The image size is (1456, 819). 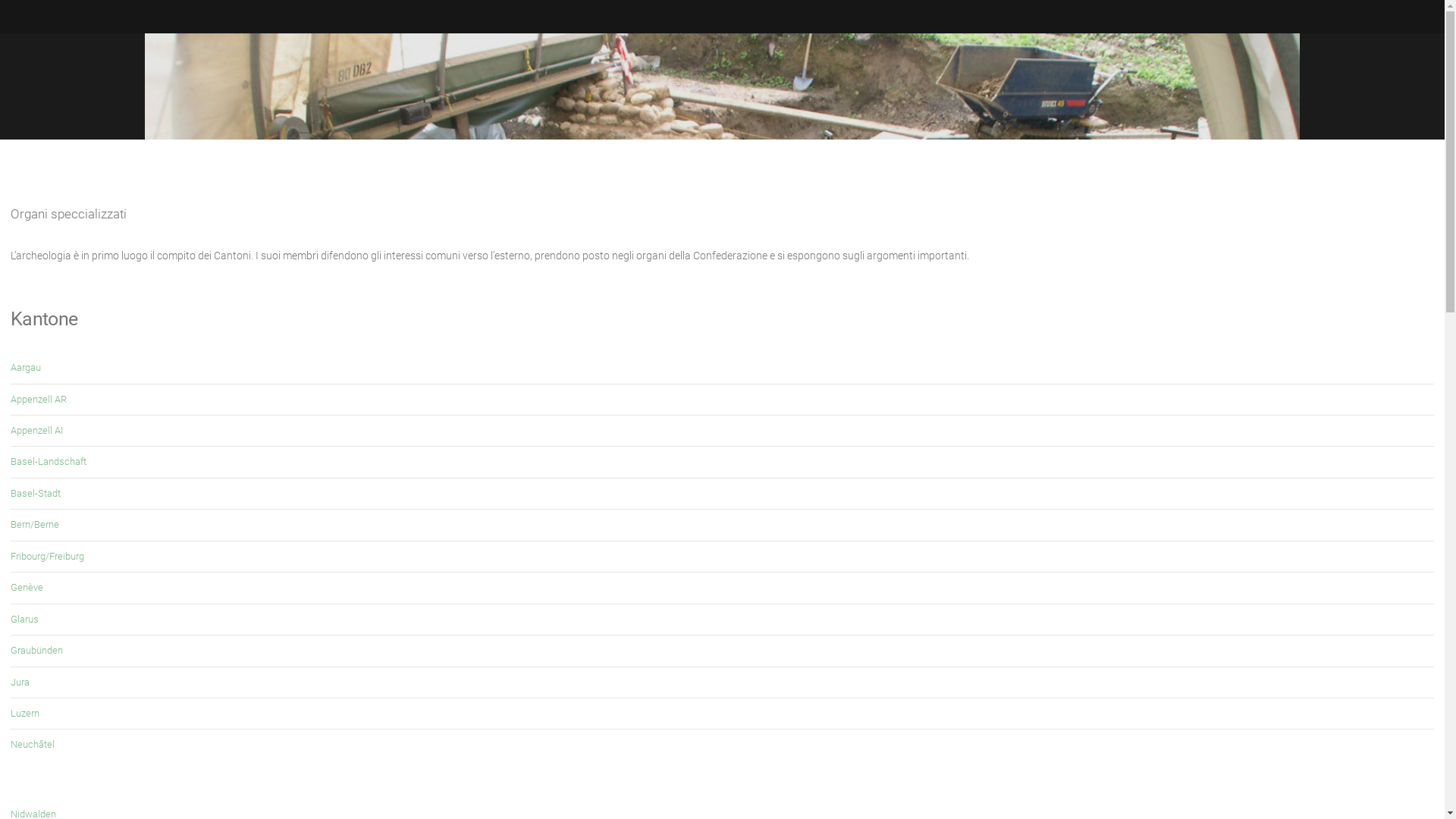 I want to click on 'Appenzell AR', so click(x=39, y=398).